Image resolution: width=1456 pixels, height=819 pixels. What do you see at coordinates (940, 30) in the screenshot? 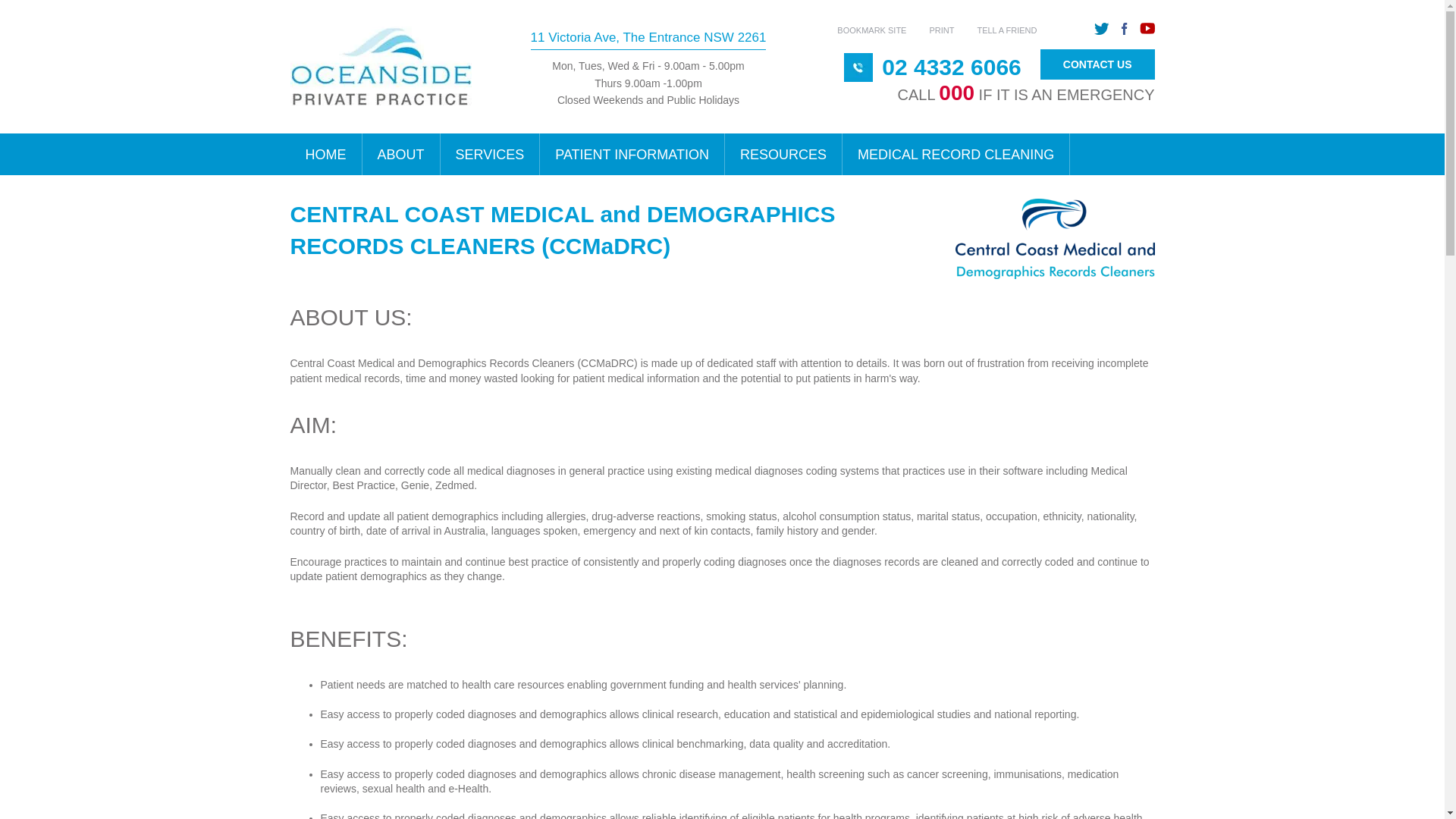
I see `'PRINT'` at bounding box center [940, 30].